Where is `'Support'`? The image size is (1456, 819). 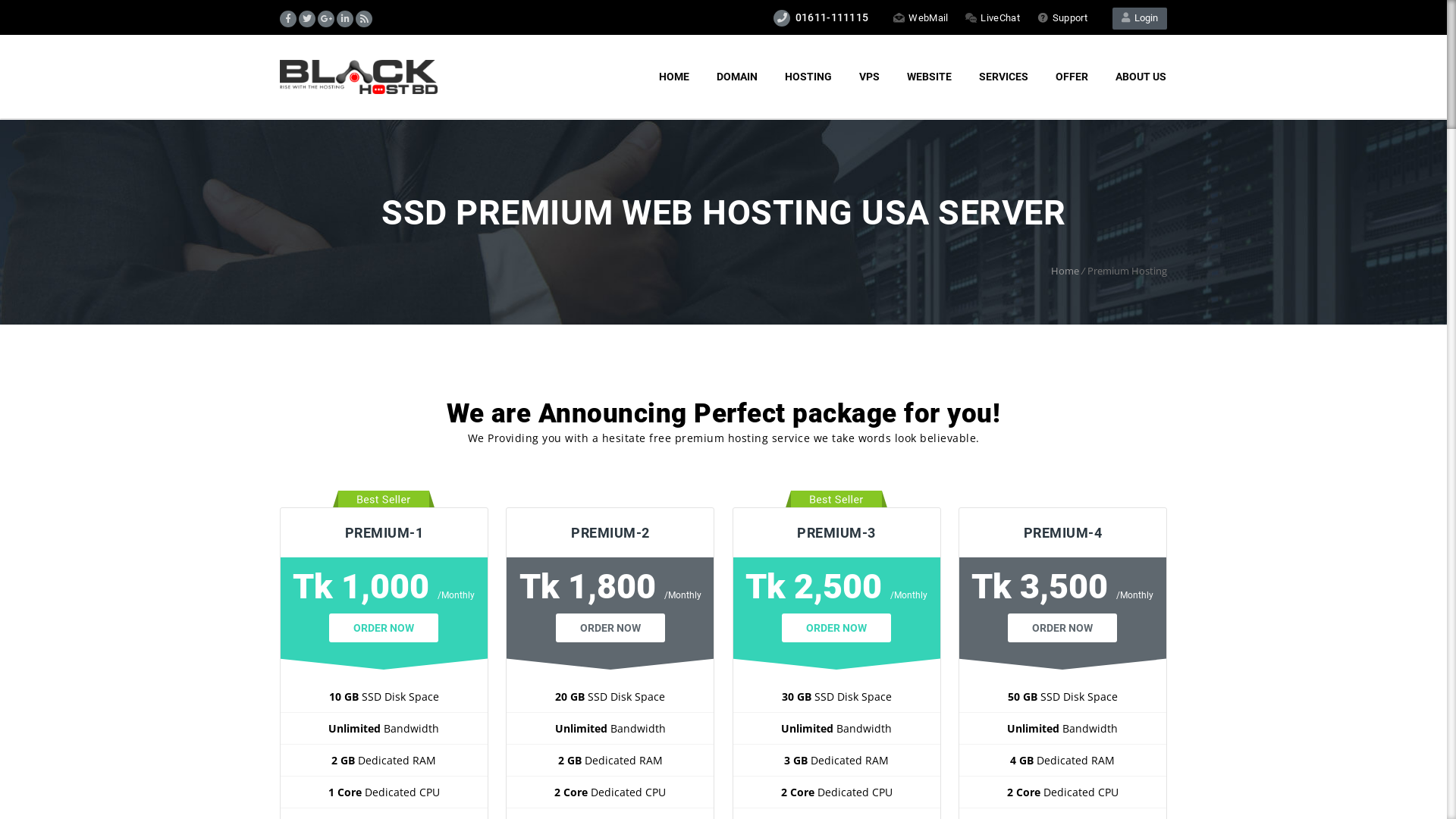 'Support' is located at coordinates (1062, 17).